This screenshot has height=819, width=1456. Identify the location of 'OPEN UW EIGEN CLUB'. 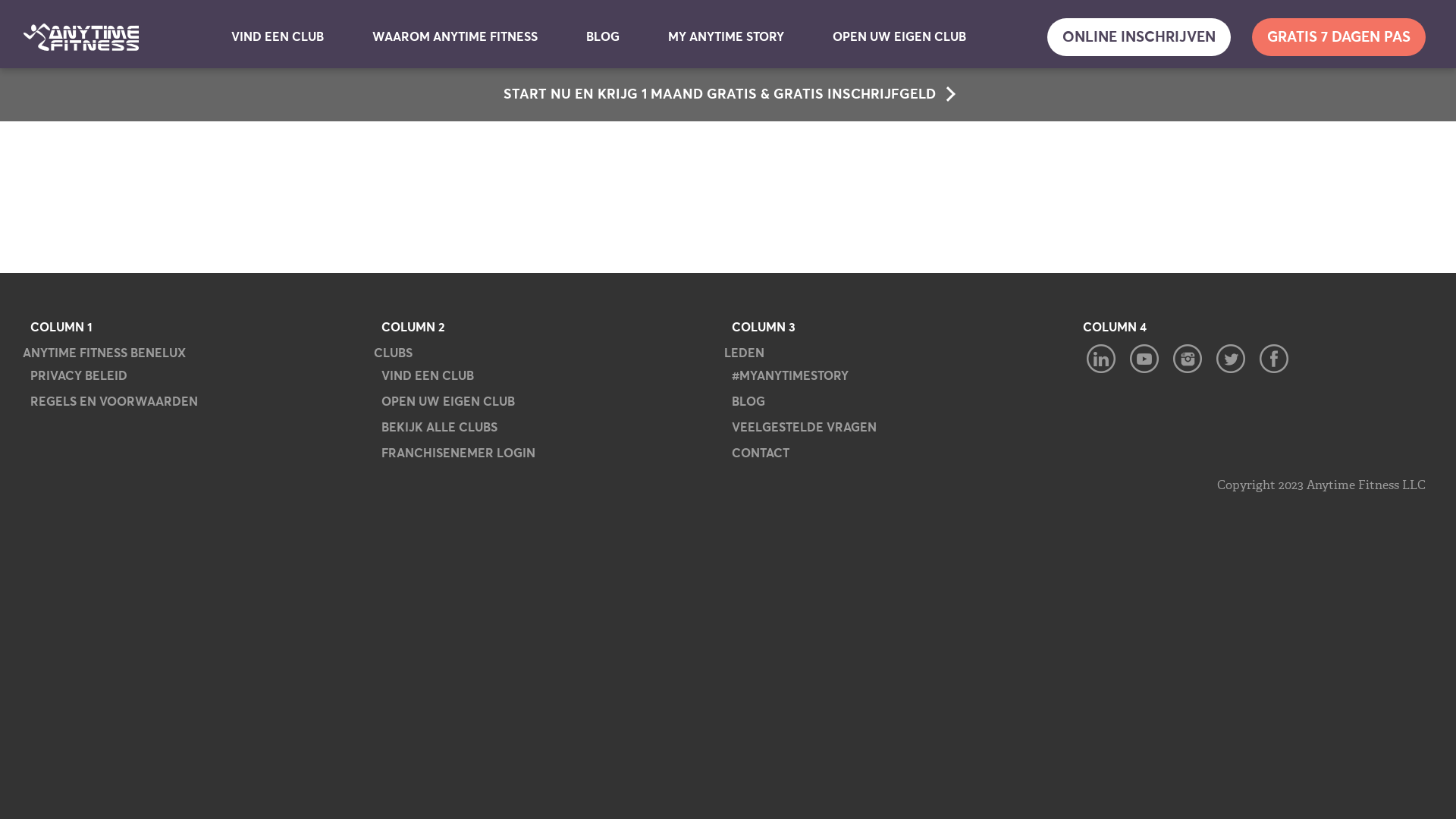
(372, 400).